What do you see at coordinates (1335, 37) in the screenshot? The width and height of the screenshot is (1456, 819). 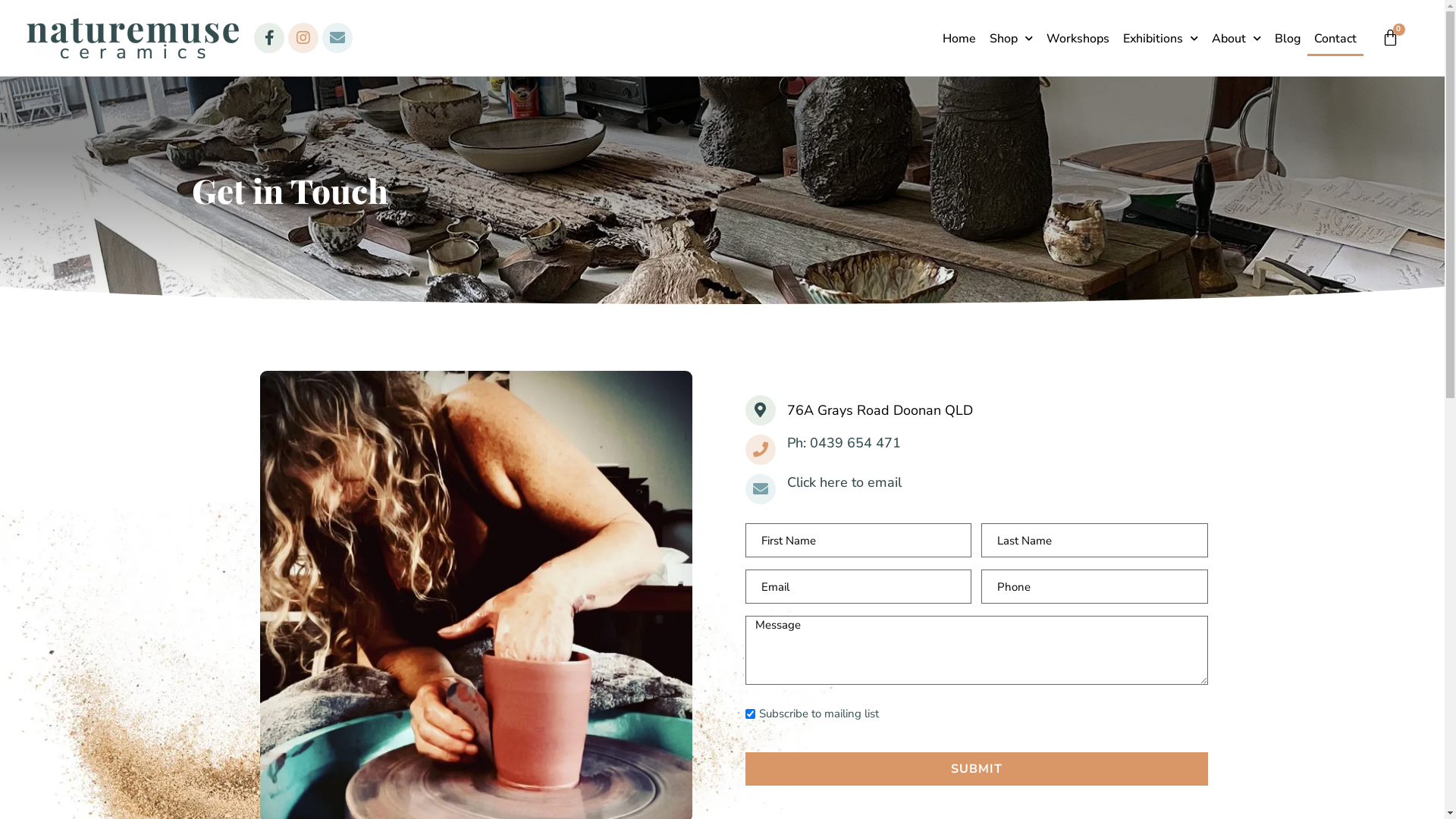 I see `'Contact'` at bounding box center [1335, 37].